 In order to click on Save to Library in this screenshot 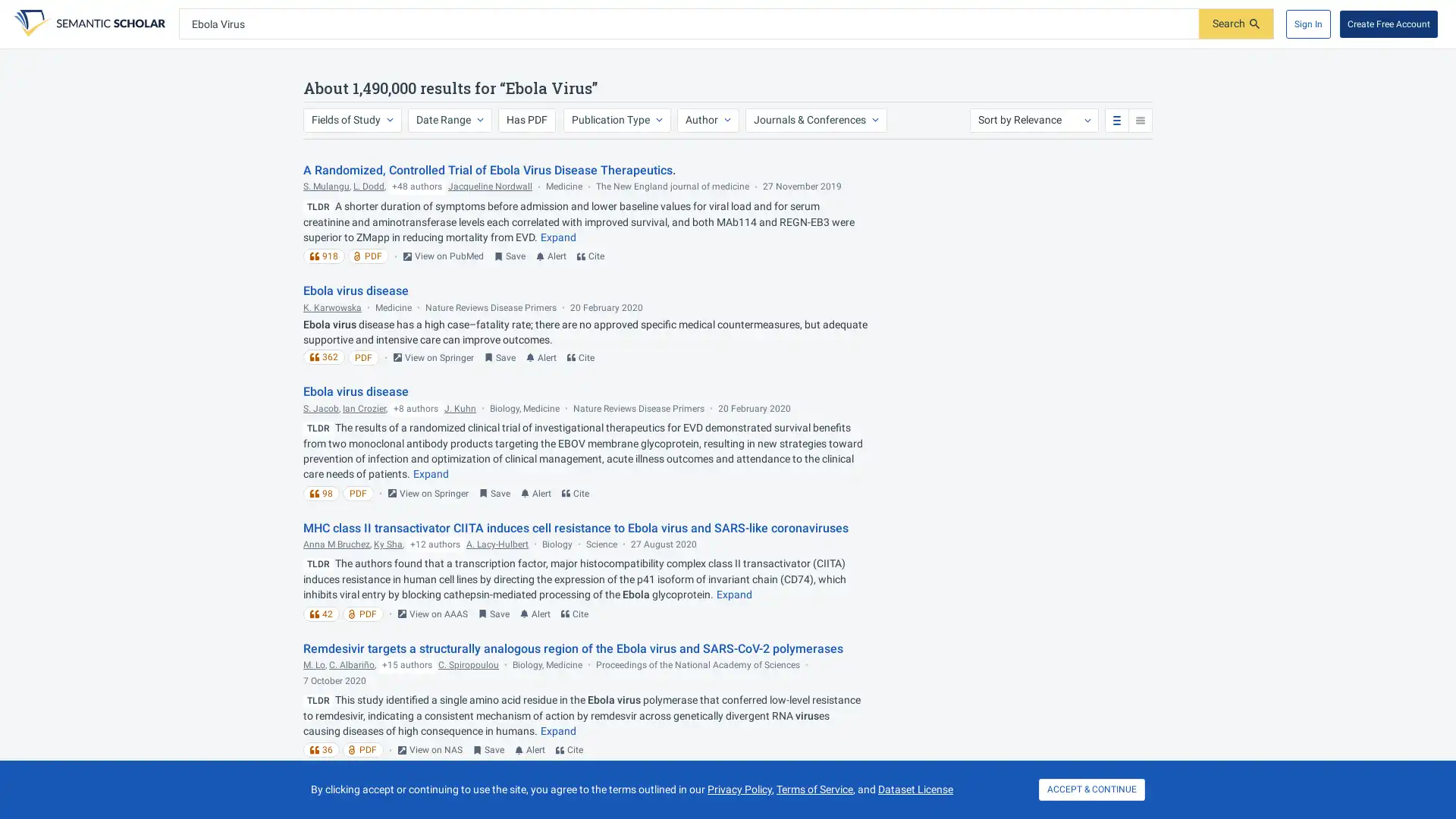, I will do `click(488, 748)`.